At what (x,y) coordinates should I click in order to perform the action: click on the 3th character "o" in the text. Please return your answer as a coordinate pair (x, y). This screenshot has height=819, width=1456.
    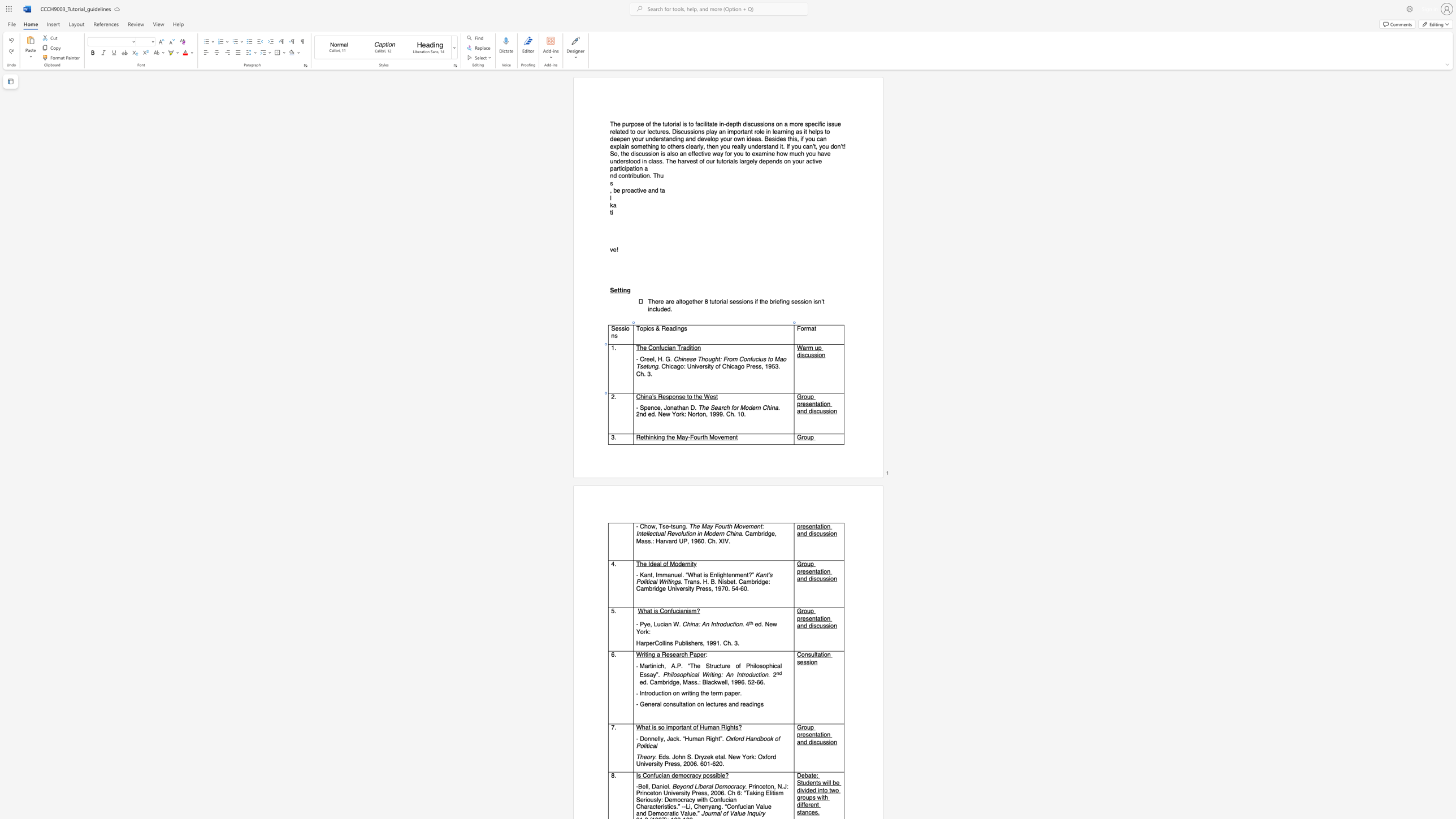
    Looking at the image, I should click on (745, 359).